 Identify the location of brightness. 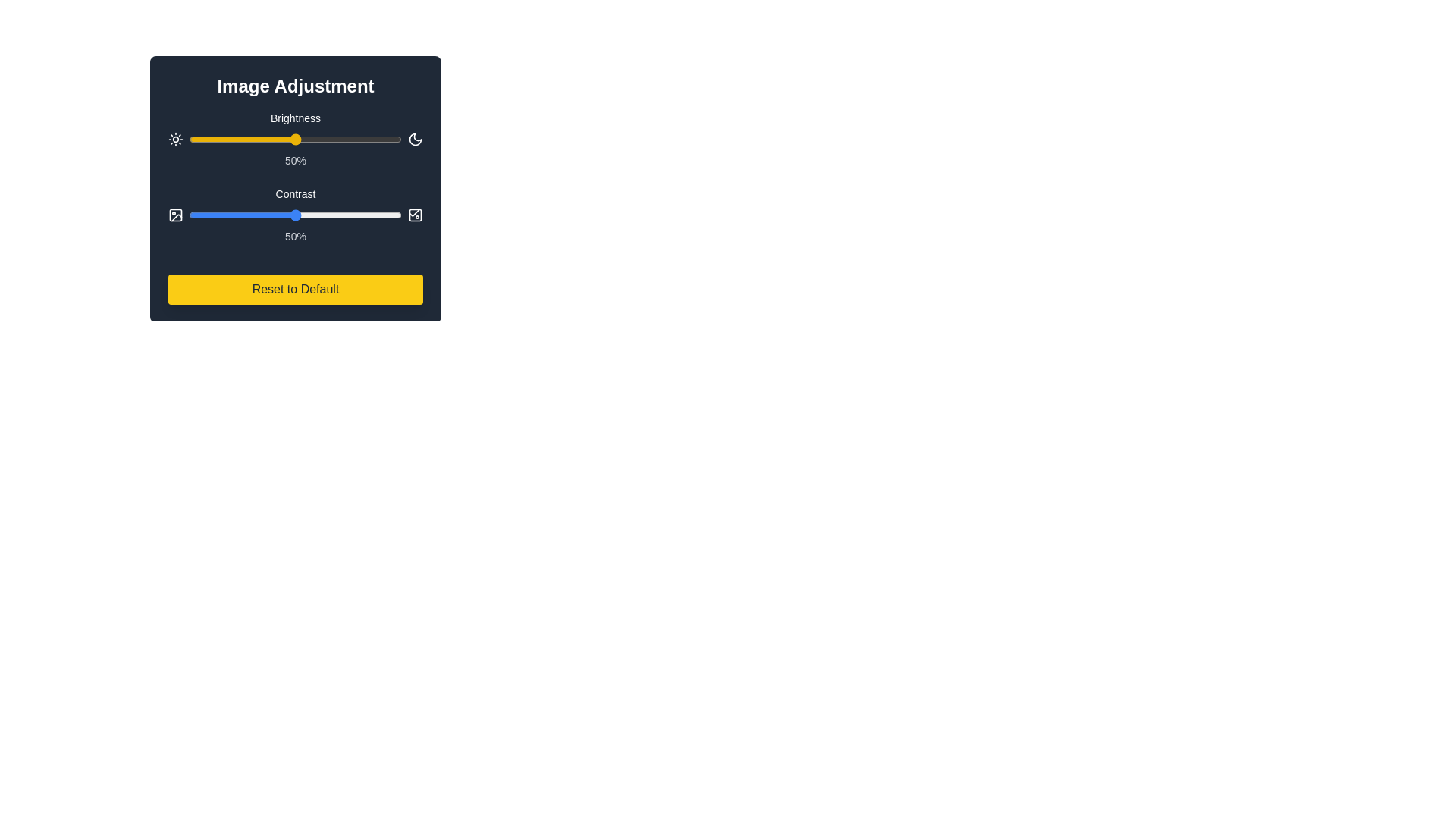
(325, 140).